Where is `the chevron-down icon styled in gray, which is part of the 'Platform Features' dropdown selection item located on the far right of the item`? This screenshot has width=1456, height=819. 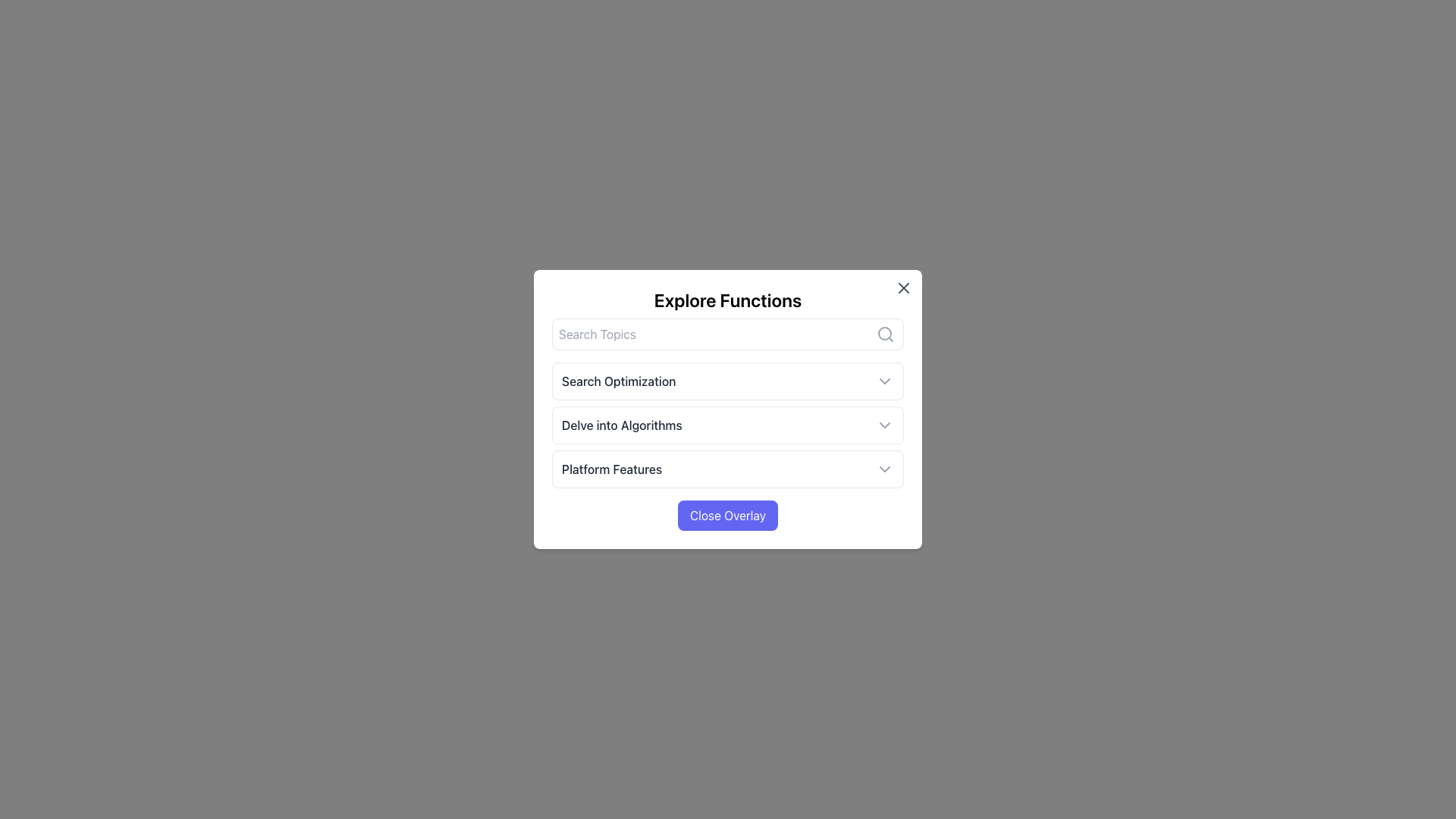
the chevron-down icon styled in gray, which is part of the 'Platform Features' dropdown selection item located on the far right of the item is located at coordinates (884, 468).